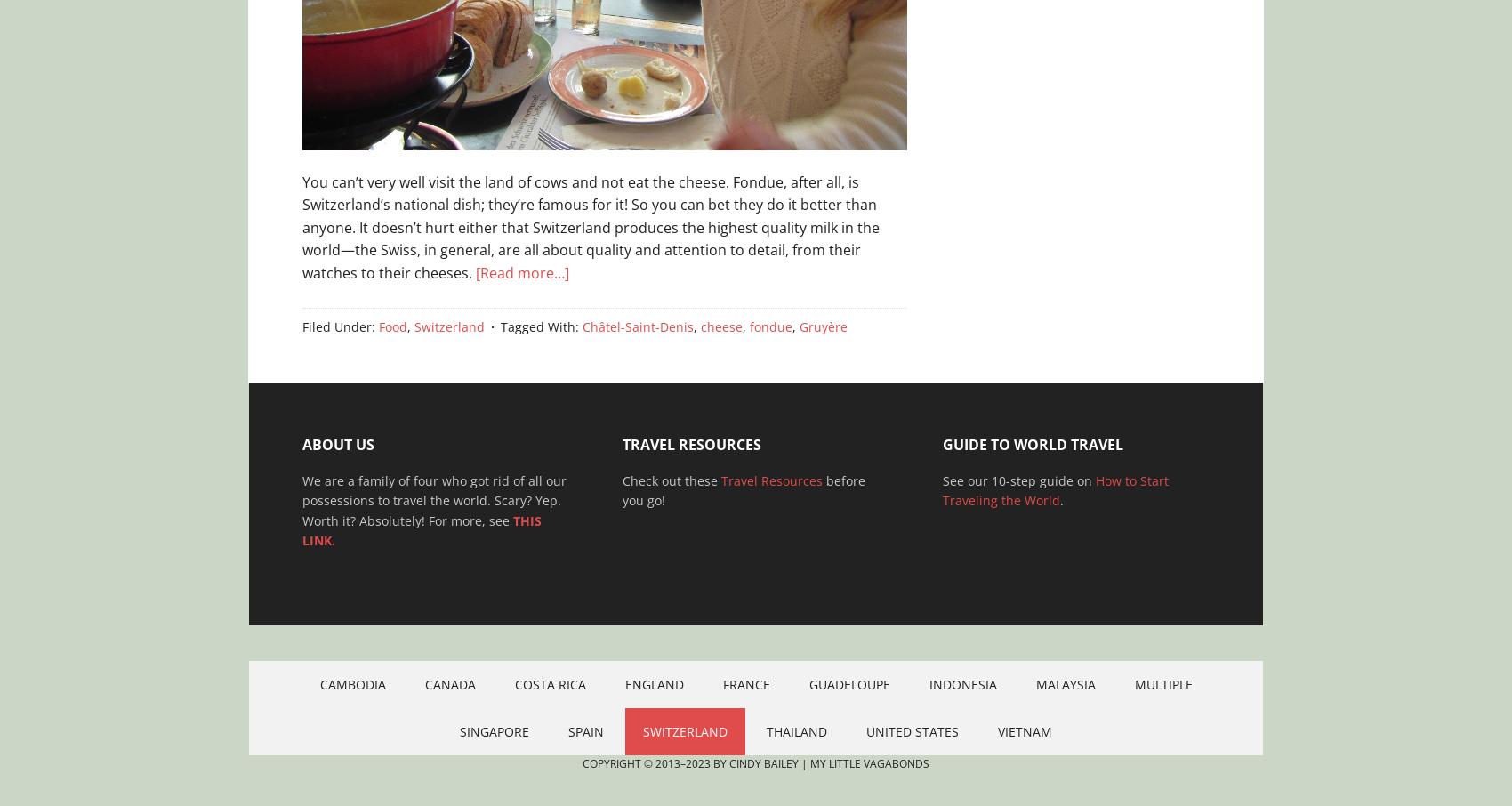  What do you see at coordinates (1134, 683) in the screenshot?
I see `'Multiple'` at bounding box center [1134, 683].